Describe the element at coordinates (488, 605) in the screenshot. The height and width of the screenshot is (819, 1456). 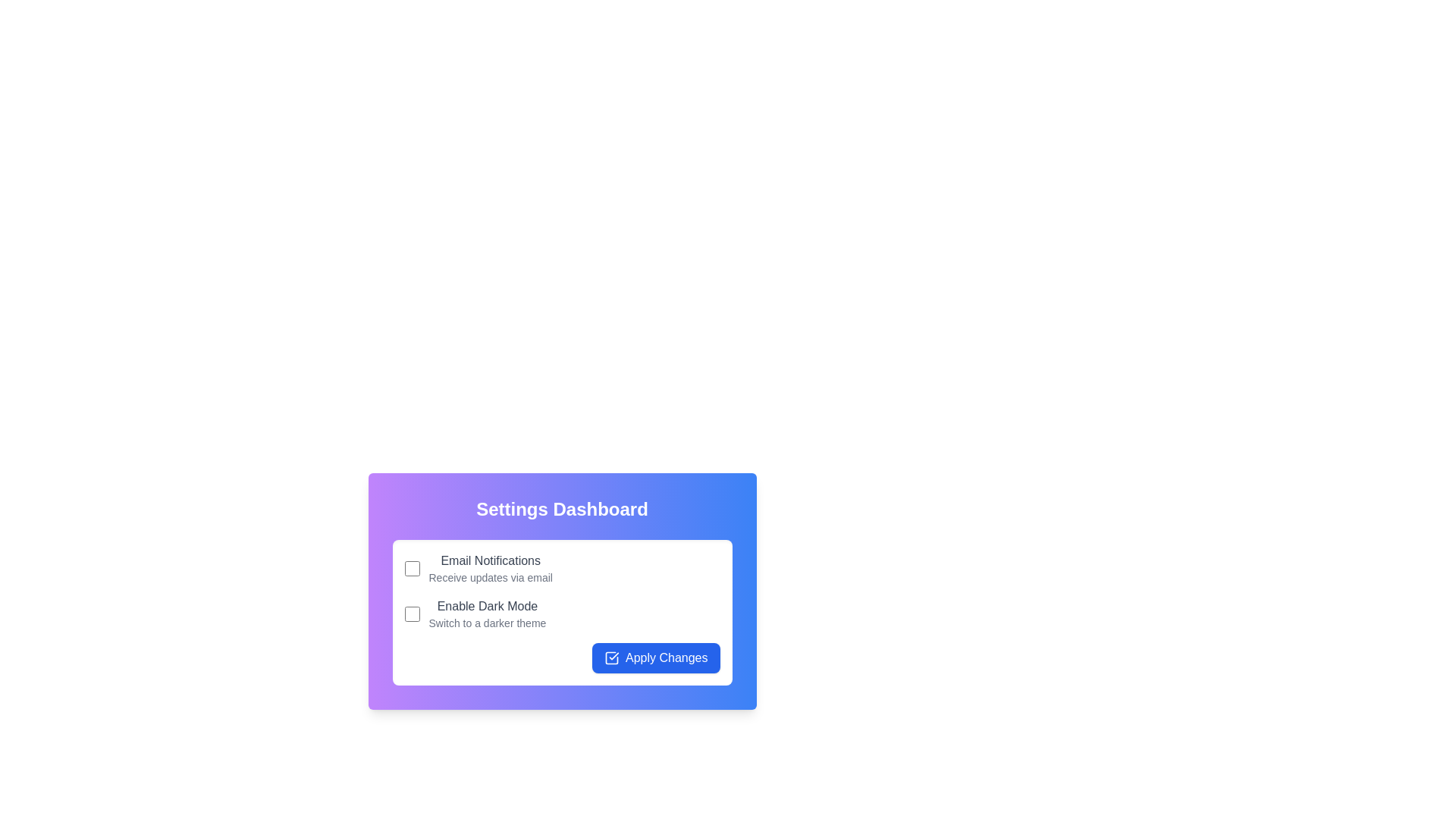
I see `the 'Enable Dark Mode' label text element, which is styled with a medium font weight and is located in the settings interface, above the sibling text 'Switch to a darker theme'` at that location.